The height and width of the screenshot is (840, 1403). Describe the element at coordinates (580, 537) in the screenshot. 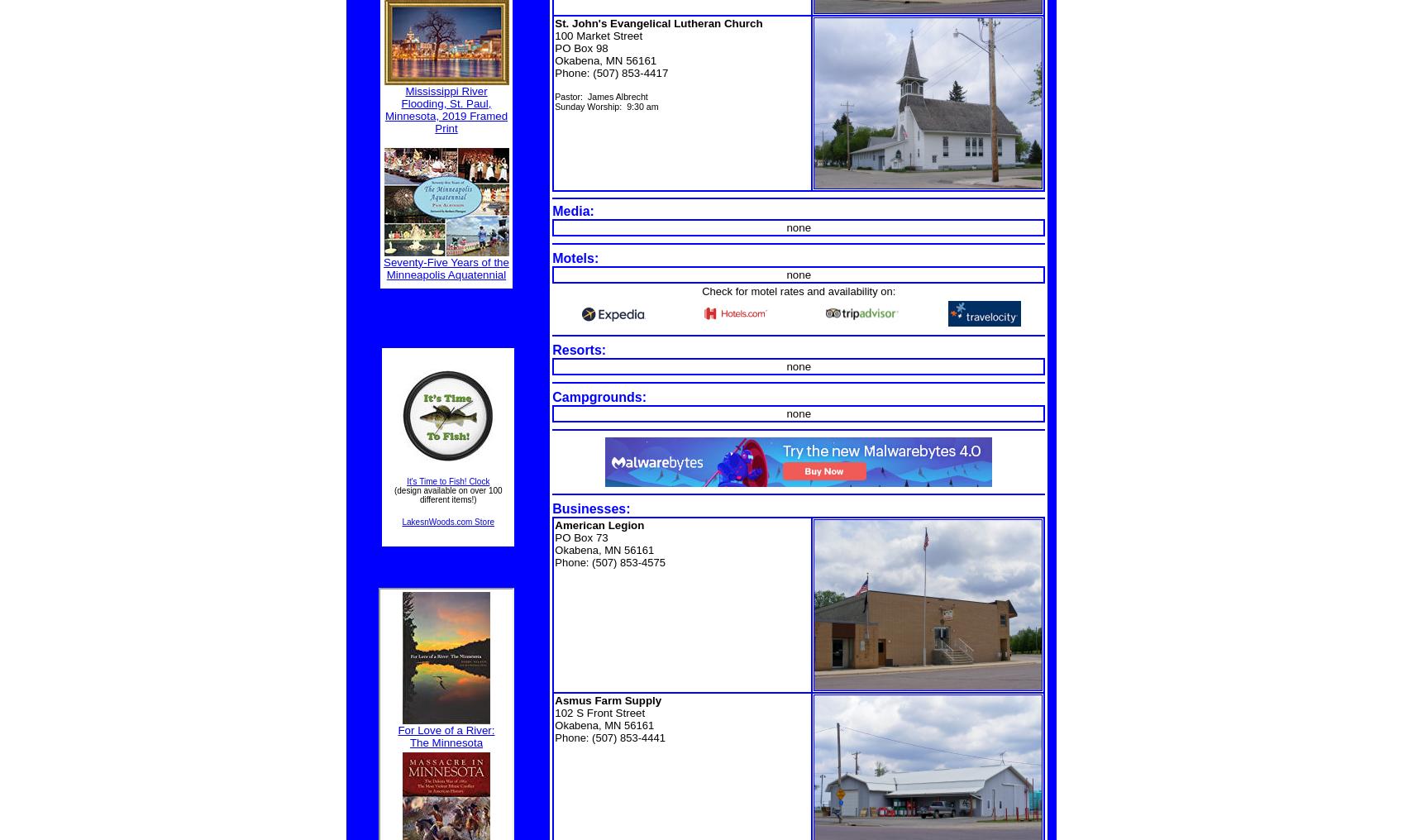

I see `'PO Box 73'` at that location.